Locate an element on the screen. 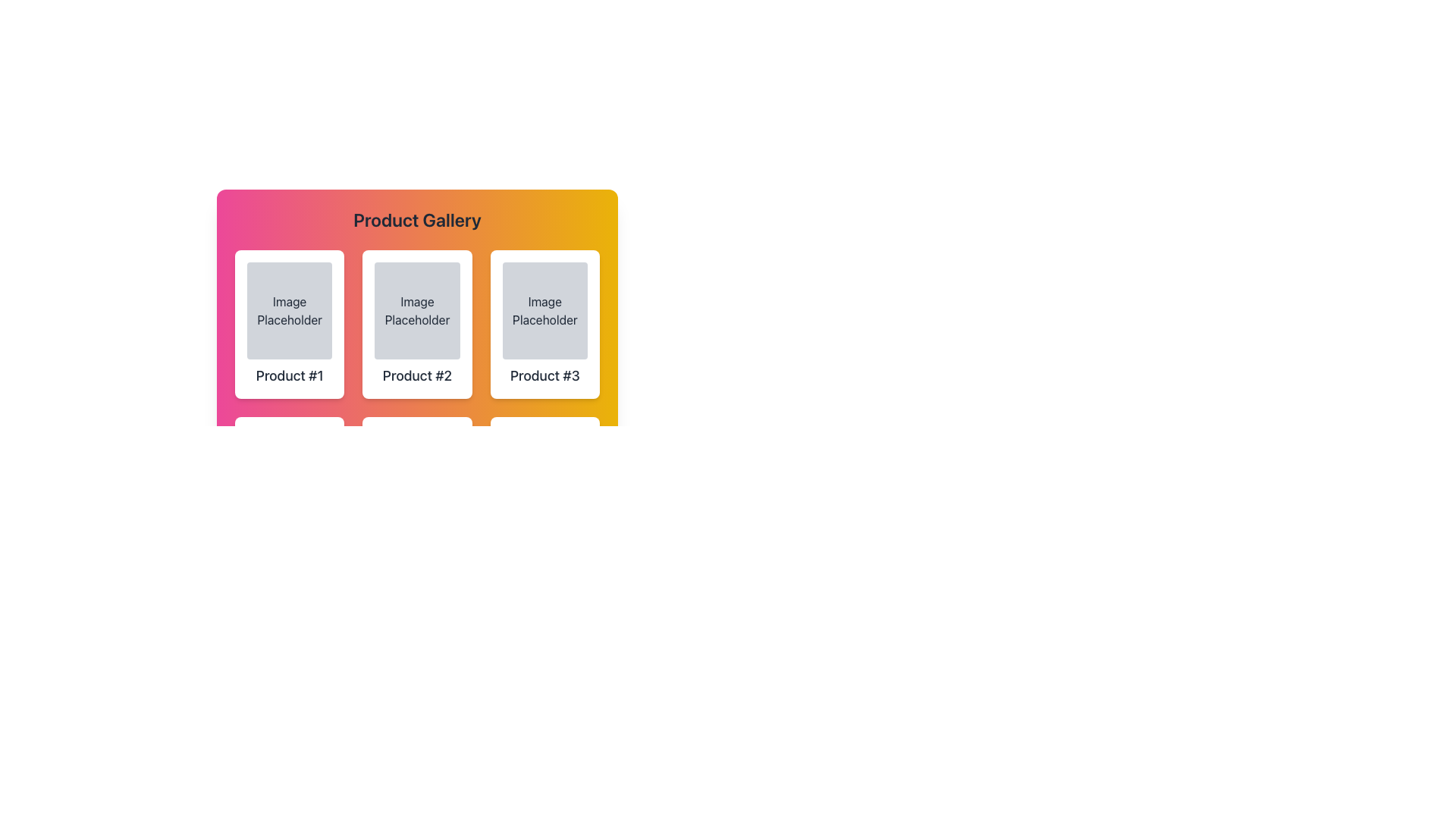  the non-interactive text label that serves as the product name, located in the first card on the left, directly below the 'Image Placeholder' text is located at coordinates (290, 375).